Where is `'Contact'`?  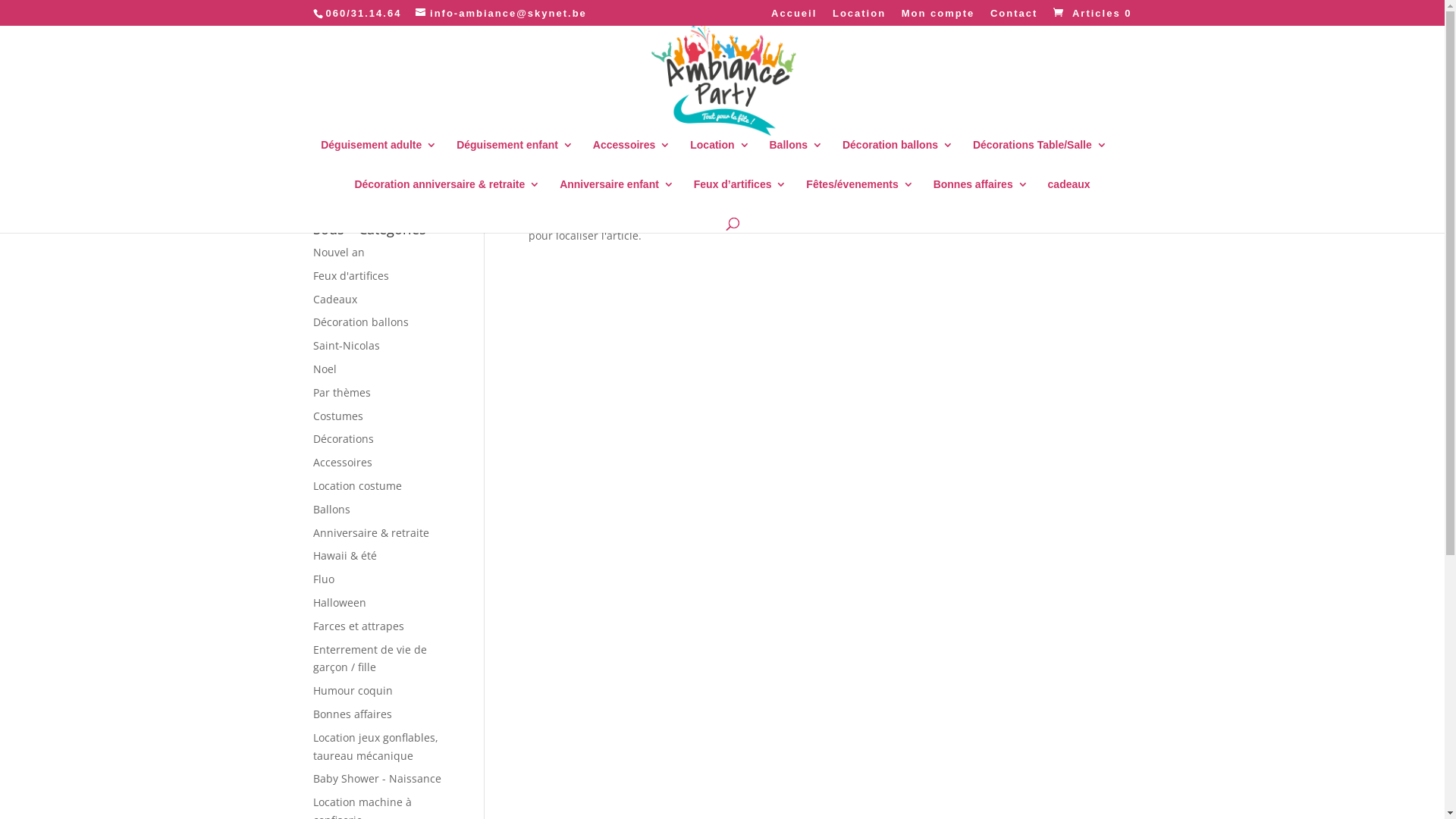
'Contact' is located at coordinates (1014, 17).